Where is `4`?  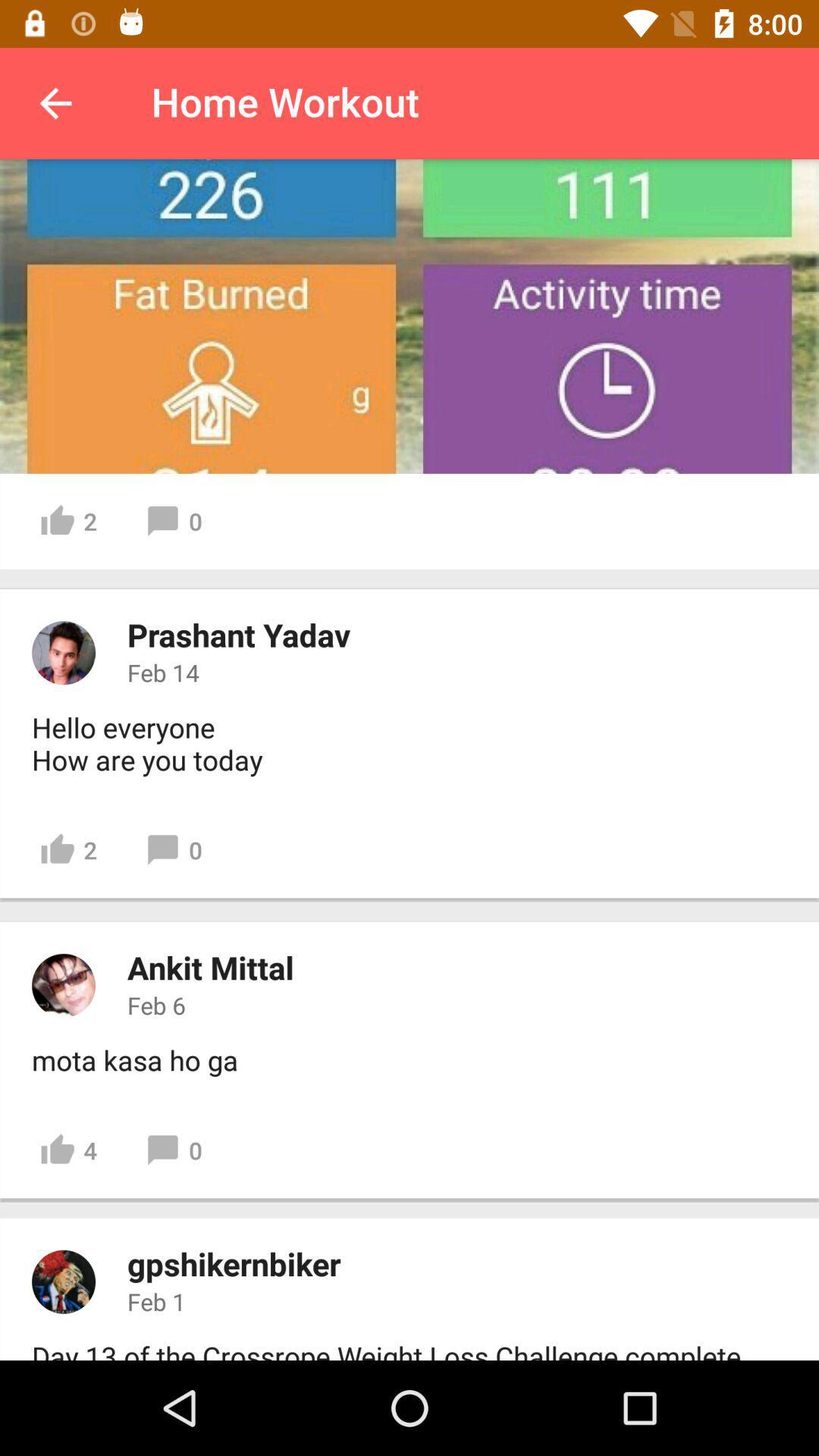
4 is located at coordinates (68, 1150).